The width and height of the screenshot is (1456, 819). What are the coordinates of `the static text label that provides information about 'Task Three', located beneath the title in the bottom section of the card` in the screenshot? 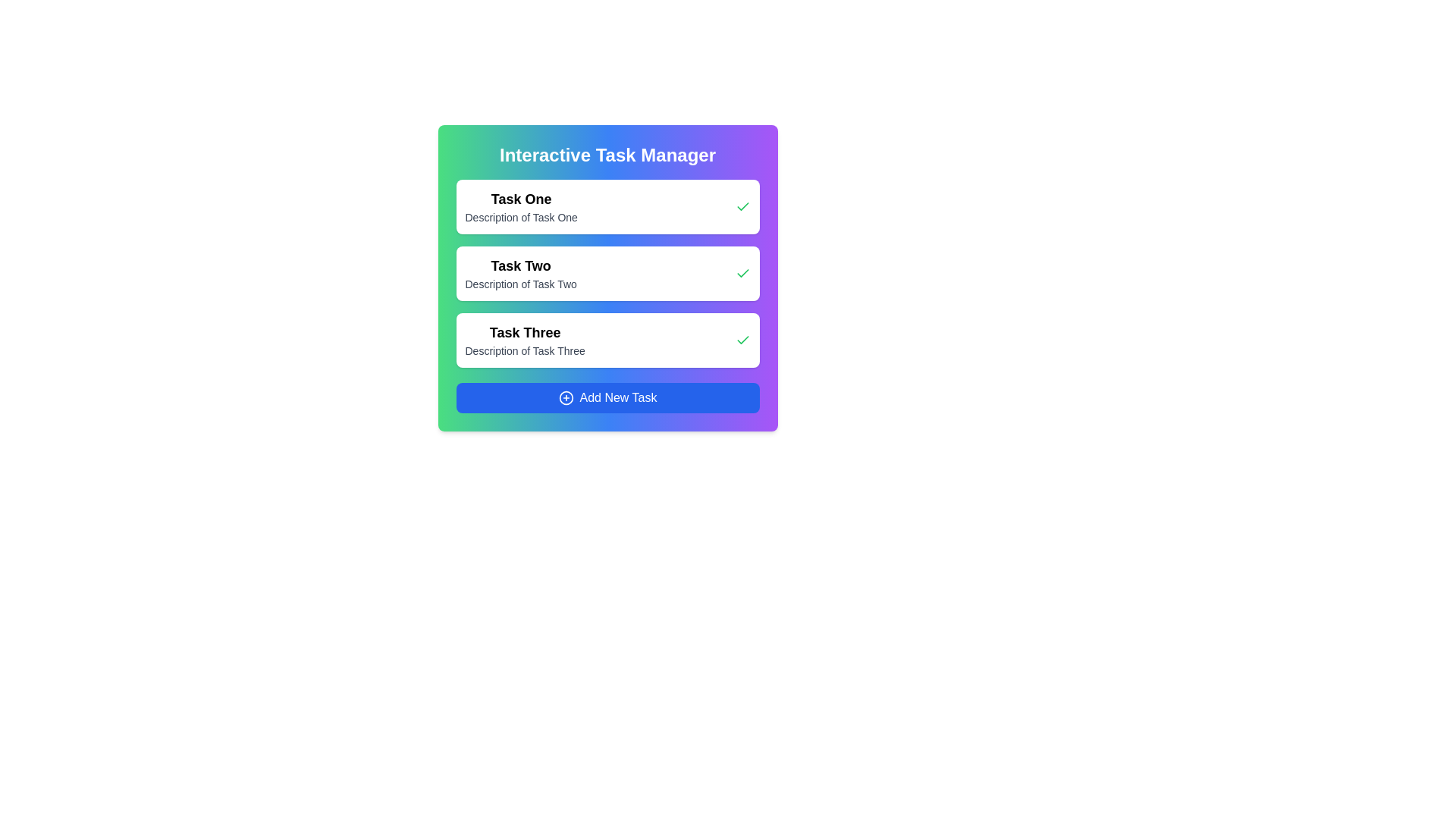 It's located at (525, 350).